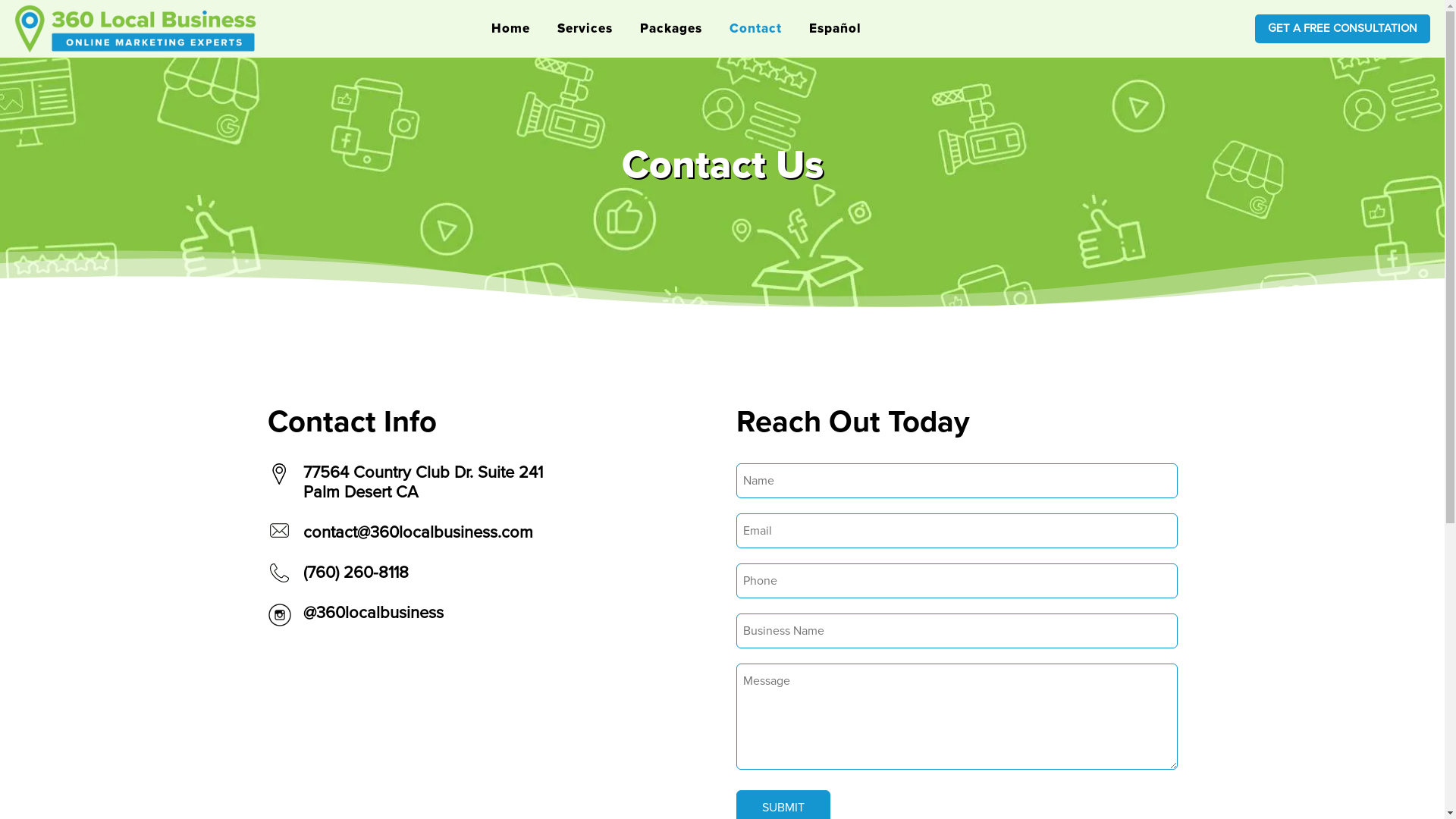  What do you see at coordinates (584, 29) in the screenshot?
I see `'Services'` at bounding box center [584, 29].